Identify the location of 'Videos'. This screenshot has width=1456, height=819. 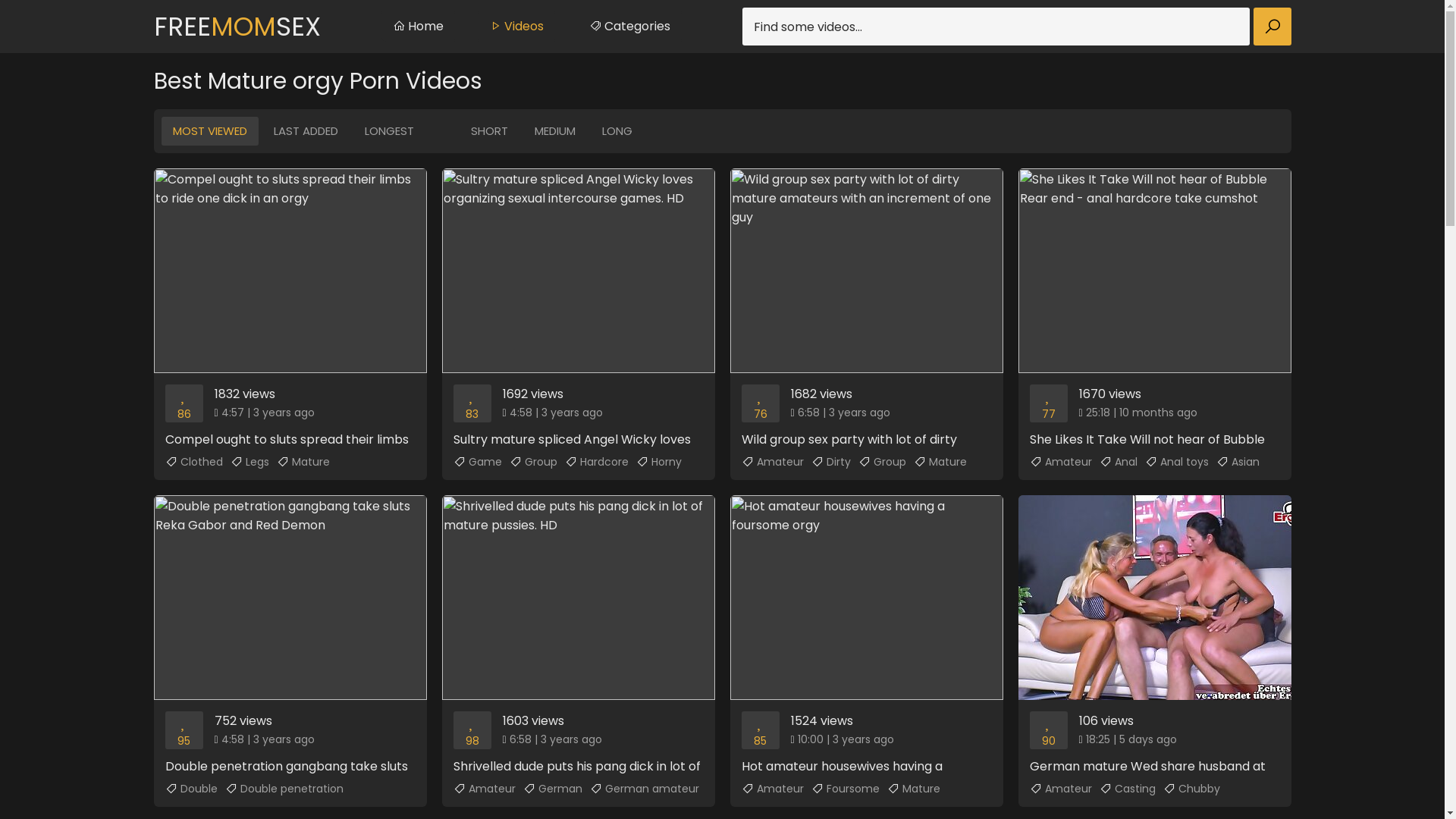
(516, 26).